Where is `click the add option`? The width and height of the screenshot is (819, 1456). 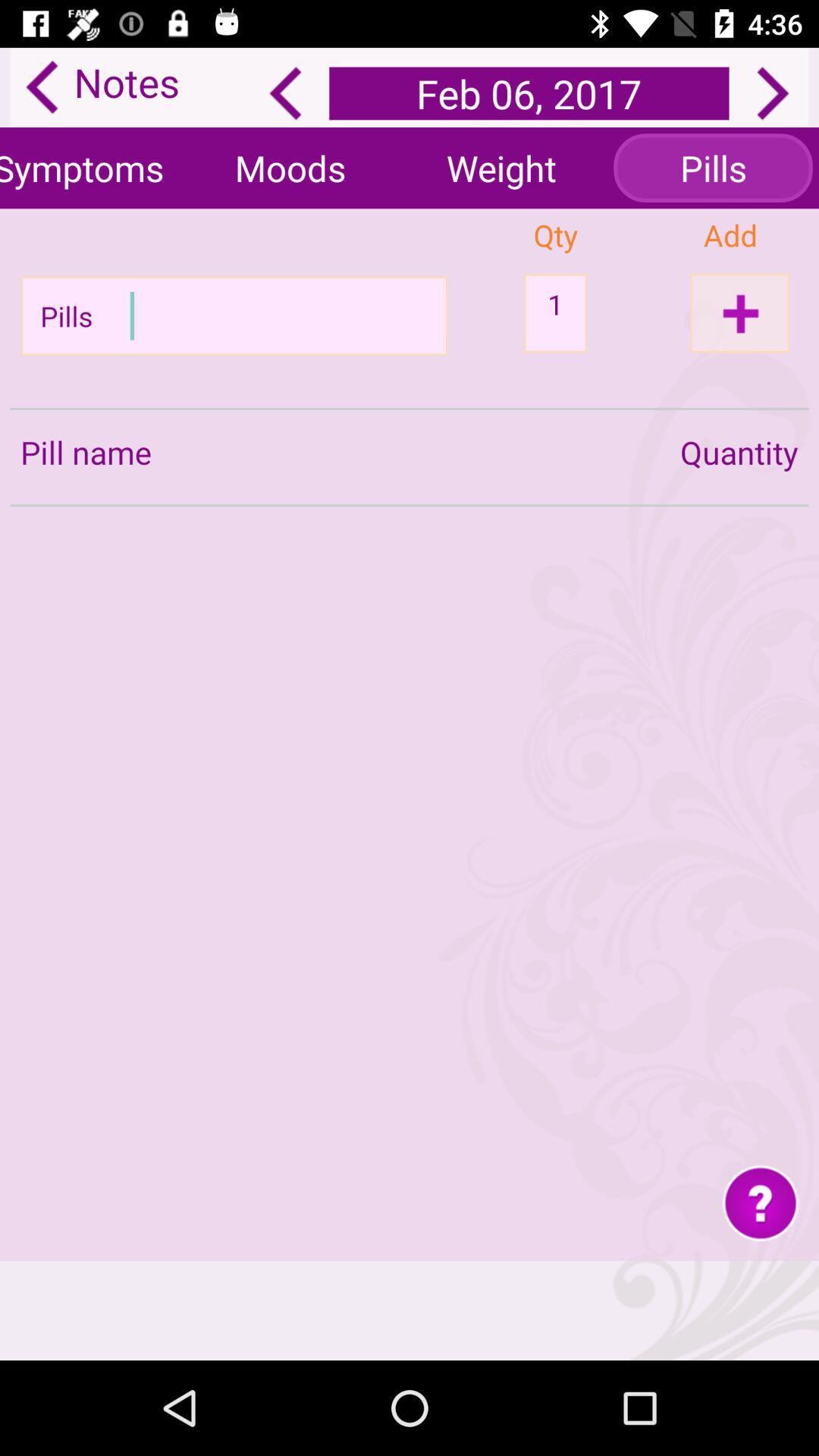 click the add option is located at coordinates (739, 312).